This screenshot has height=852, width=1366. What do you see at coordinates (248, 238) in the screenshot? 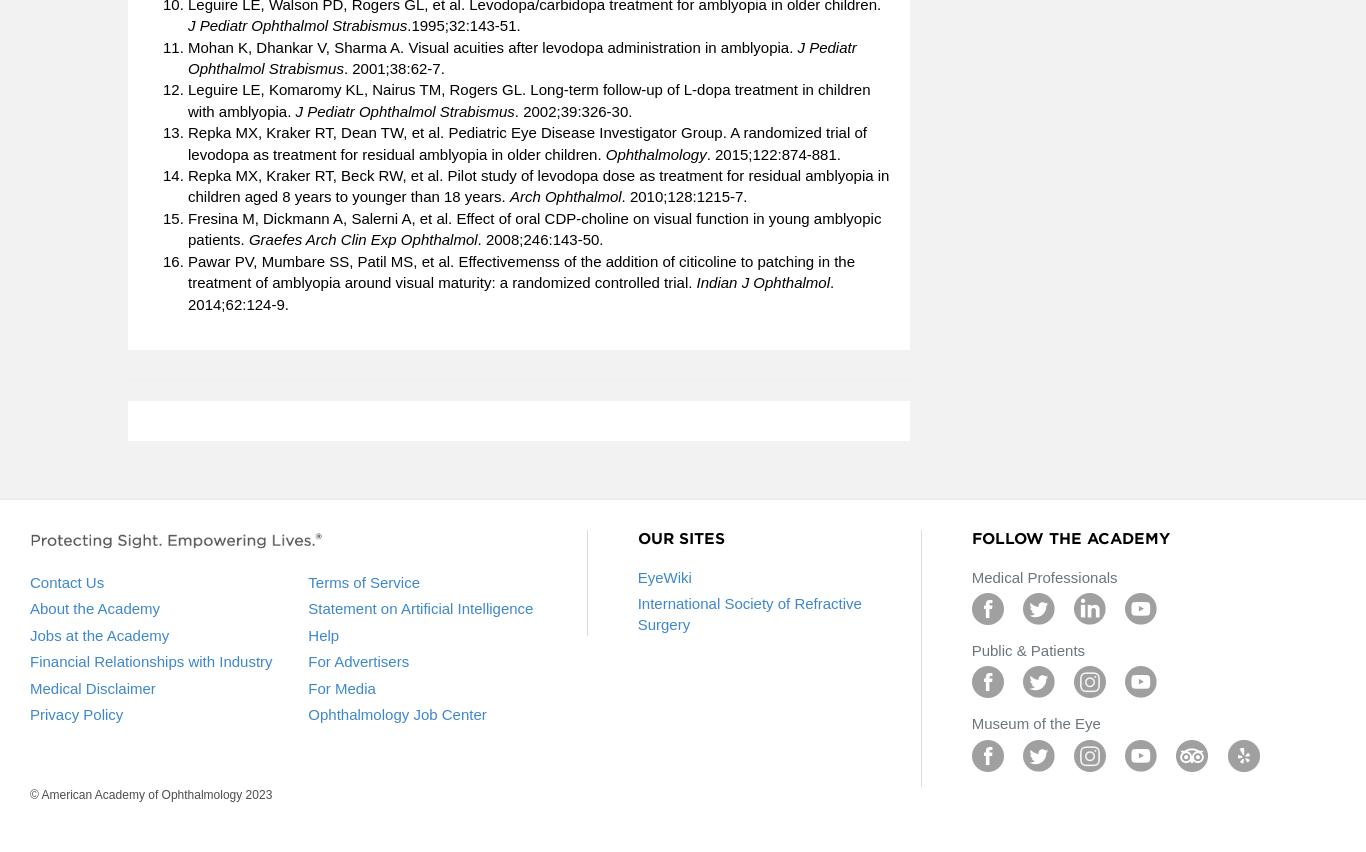
I see `'Graefes Arch Clin Exp Ophthalmol'` at bounding box center [248, 238].